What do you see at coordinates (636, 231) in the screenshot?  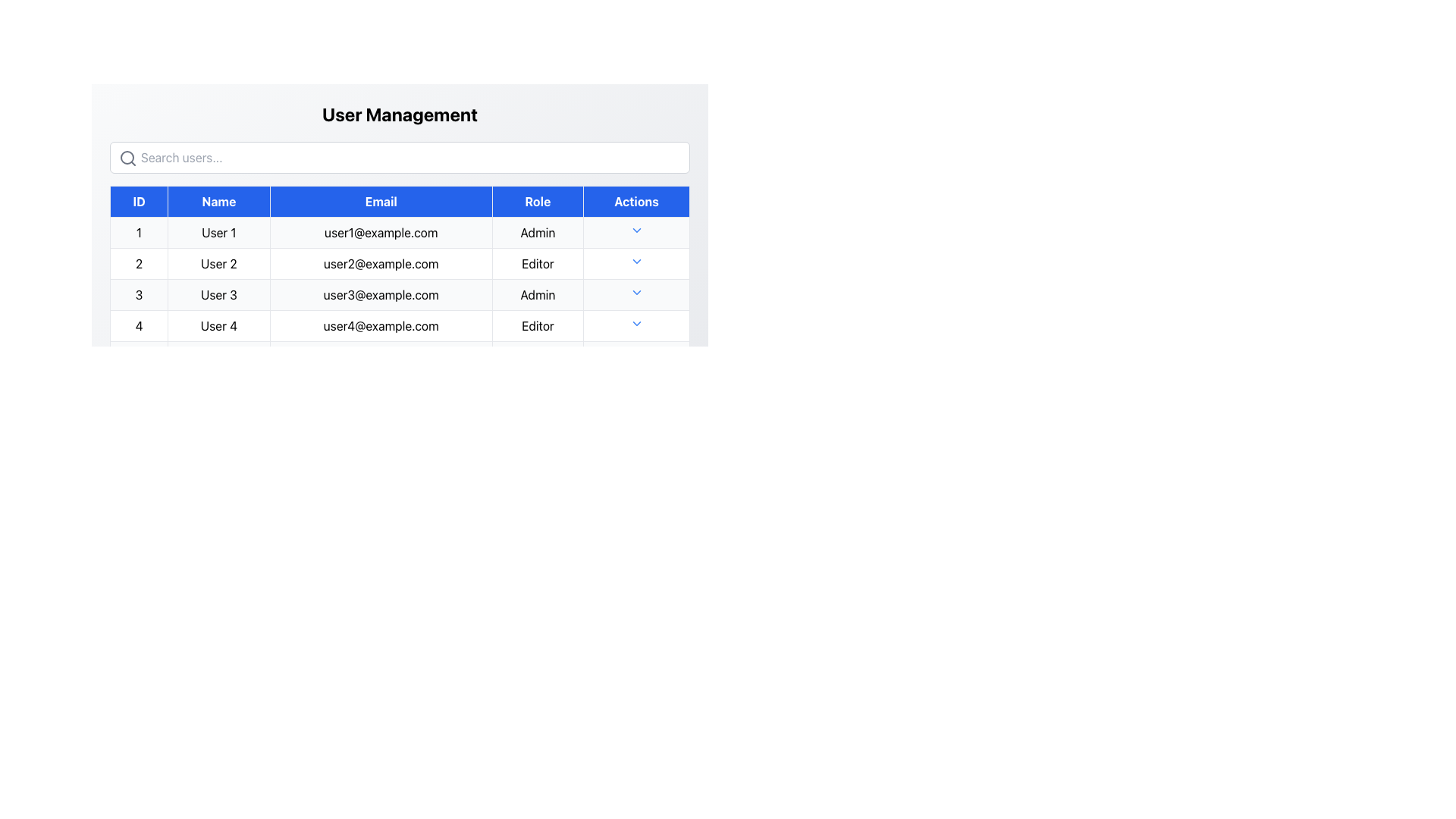 I see `the dropdown toggle button in the 'Actions' column of the user management table` at bounding box center [636, 231].